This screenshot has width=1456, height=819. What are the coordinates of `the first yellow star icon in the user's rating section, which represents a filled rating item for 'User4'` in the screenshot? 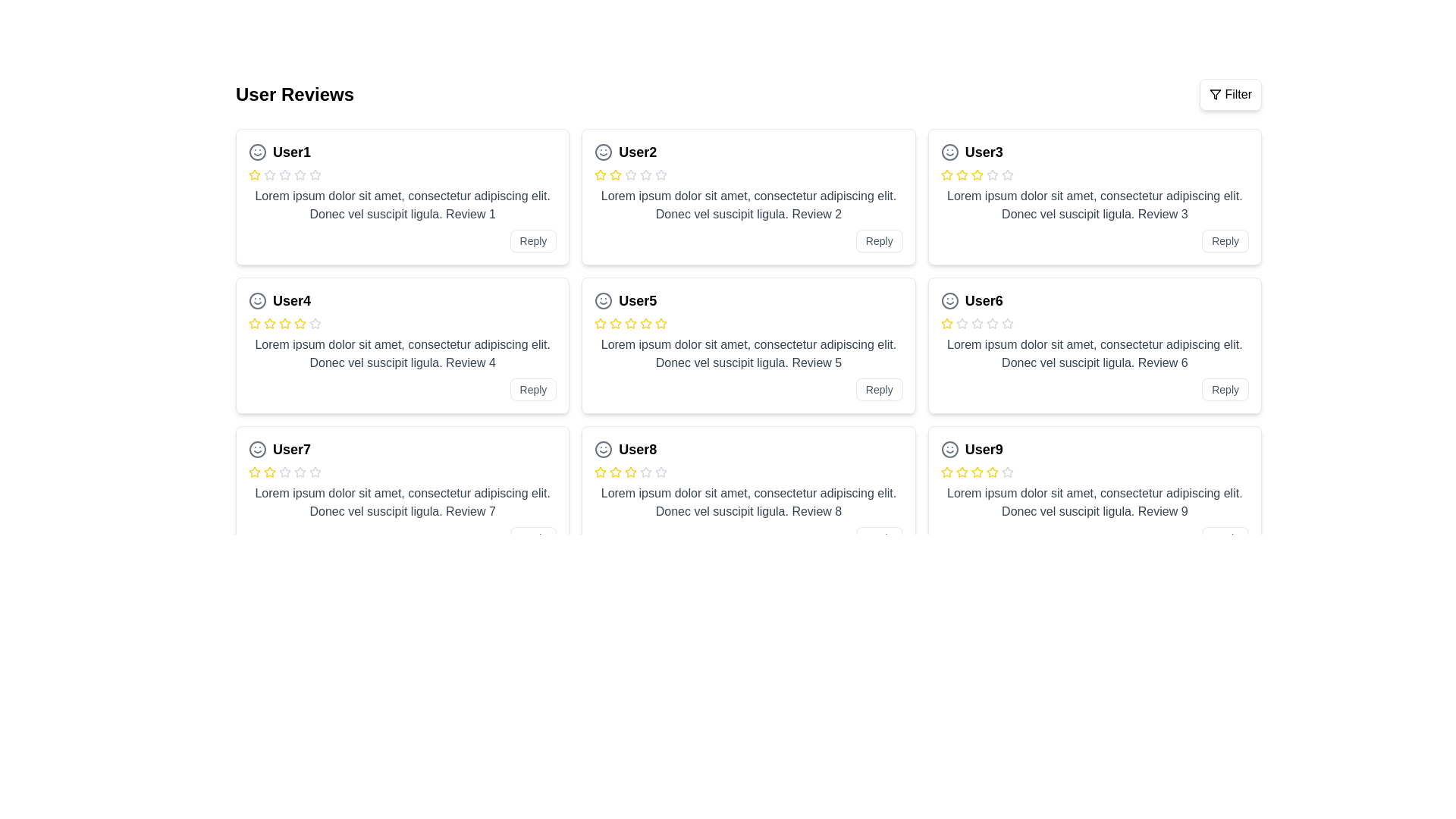 It's located at (255, 323).